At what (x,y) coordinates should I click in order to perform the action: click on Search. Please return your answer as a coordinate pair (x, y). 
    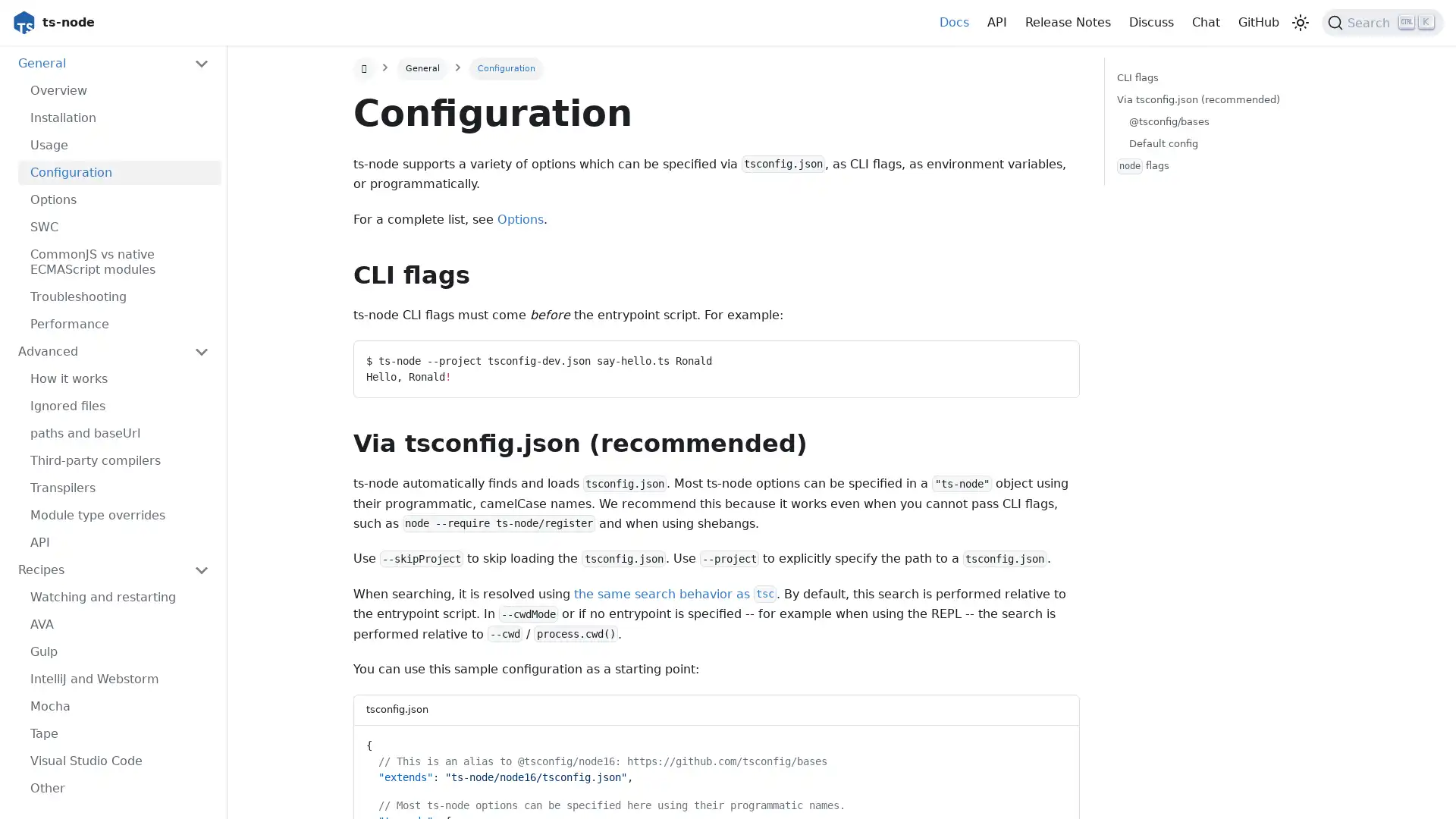
    Looking at the image, I should click on (1382, 23).